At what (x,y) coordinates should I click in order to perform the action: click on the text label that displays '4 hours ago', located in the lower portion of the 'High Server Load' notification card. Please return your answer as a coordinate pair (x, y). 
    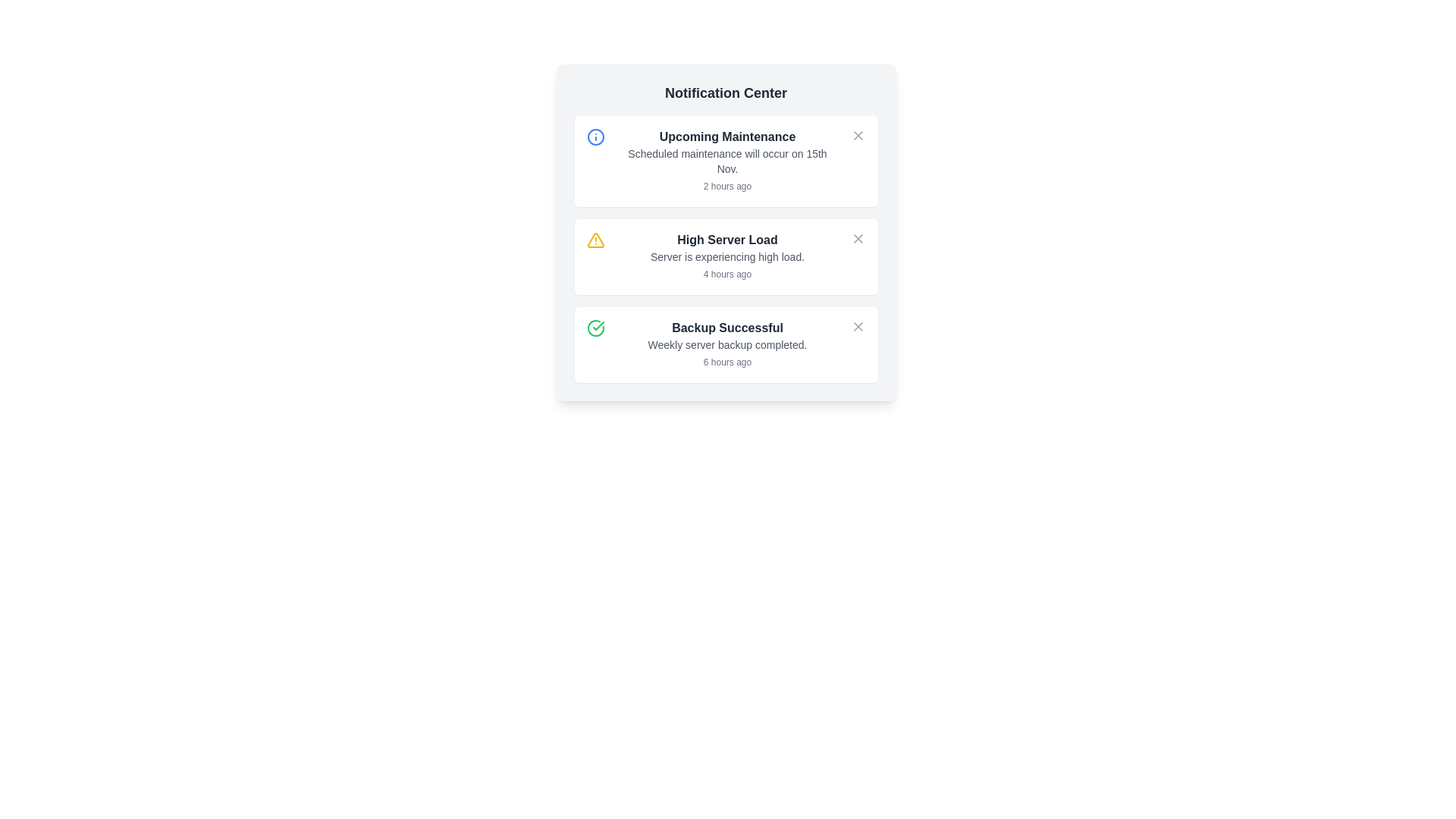
    Looking at the image, I should click on (726, 275).